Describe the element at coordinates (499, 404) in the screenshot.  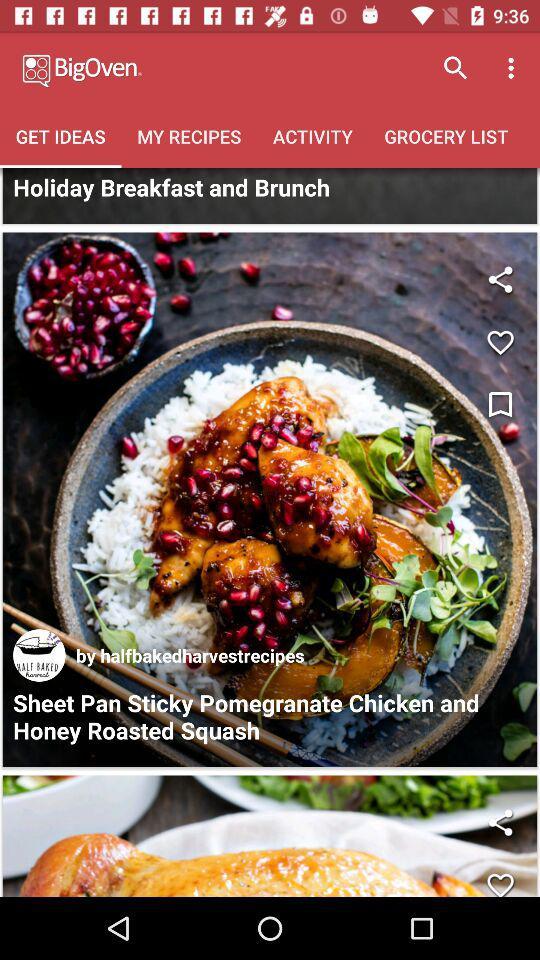
I see `displays a menu` at that location.